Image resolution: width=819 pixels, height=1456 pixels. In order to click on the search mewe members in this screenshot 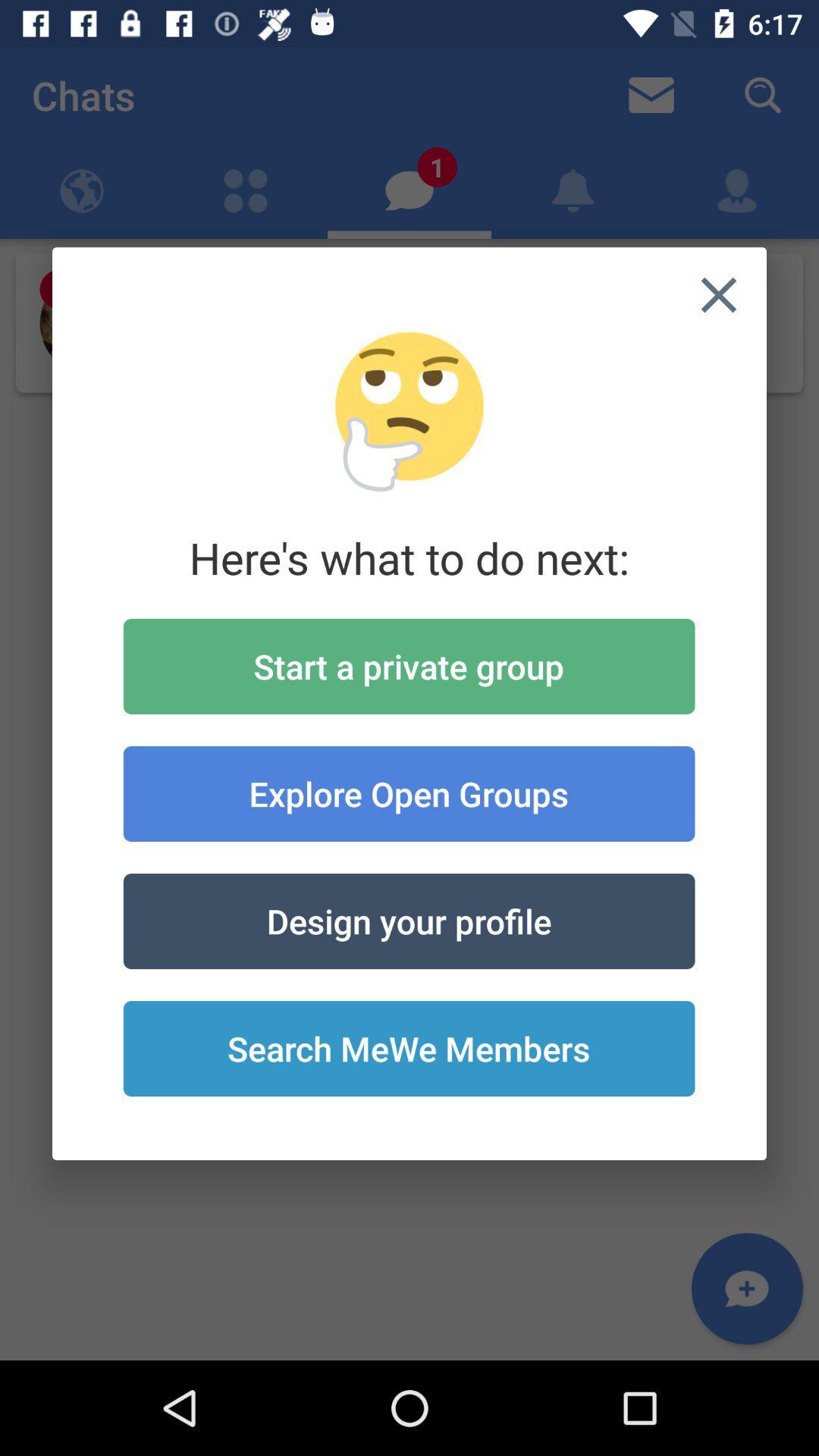, I will do `click(408, 1047)`.